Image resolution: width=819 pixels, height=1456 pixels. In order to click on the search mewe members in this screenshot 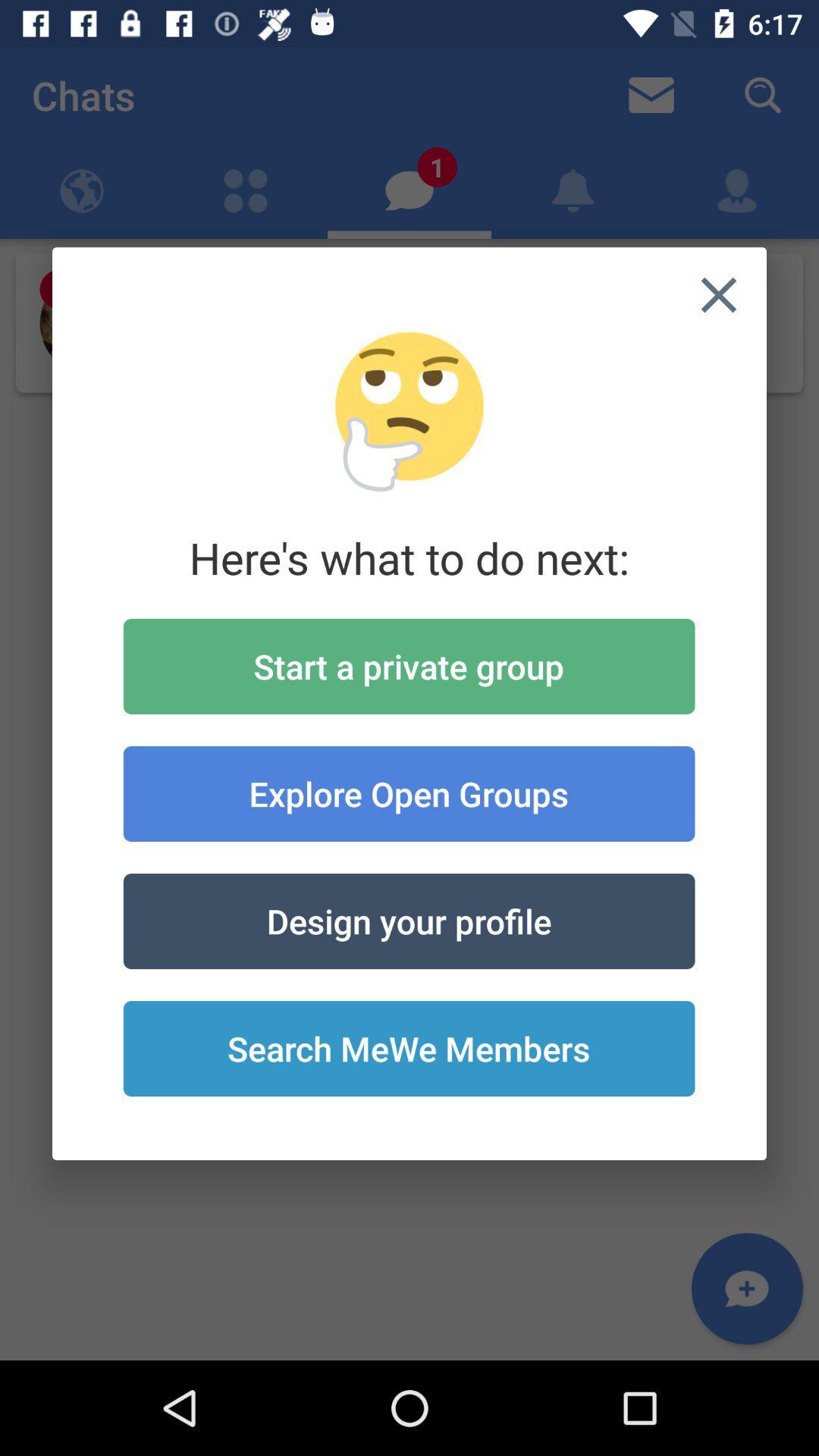, I will do `click(408, 1047)`.